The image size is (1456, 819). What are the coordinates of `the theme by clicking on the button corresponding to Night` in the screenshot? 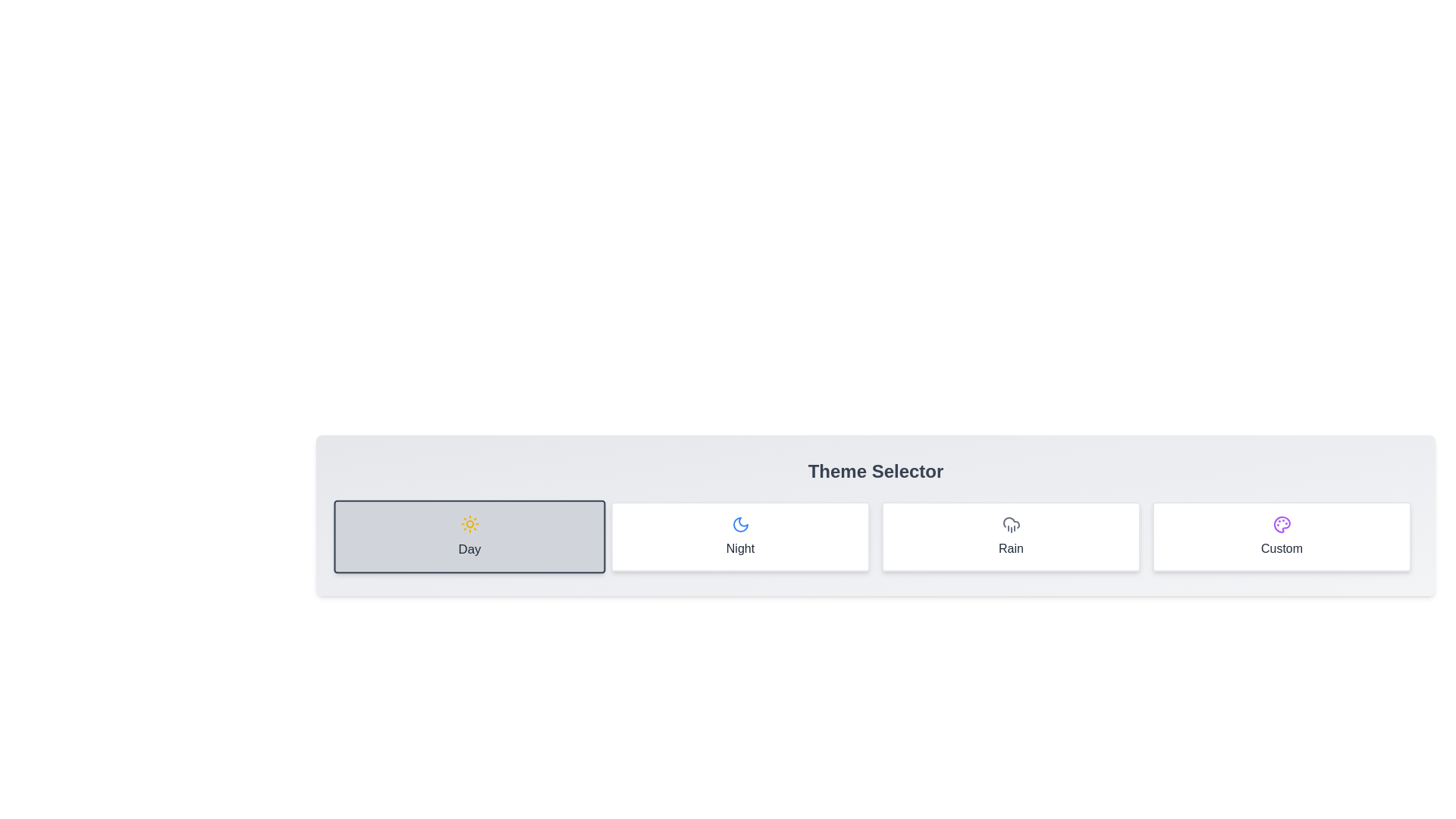 It's located at (740, 536).